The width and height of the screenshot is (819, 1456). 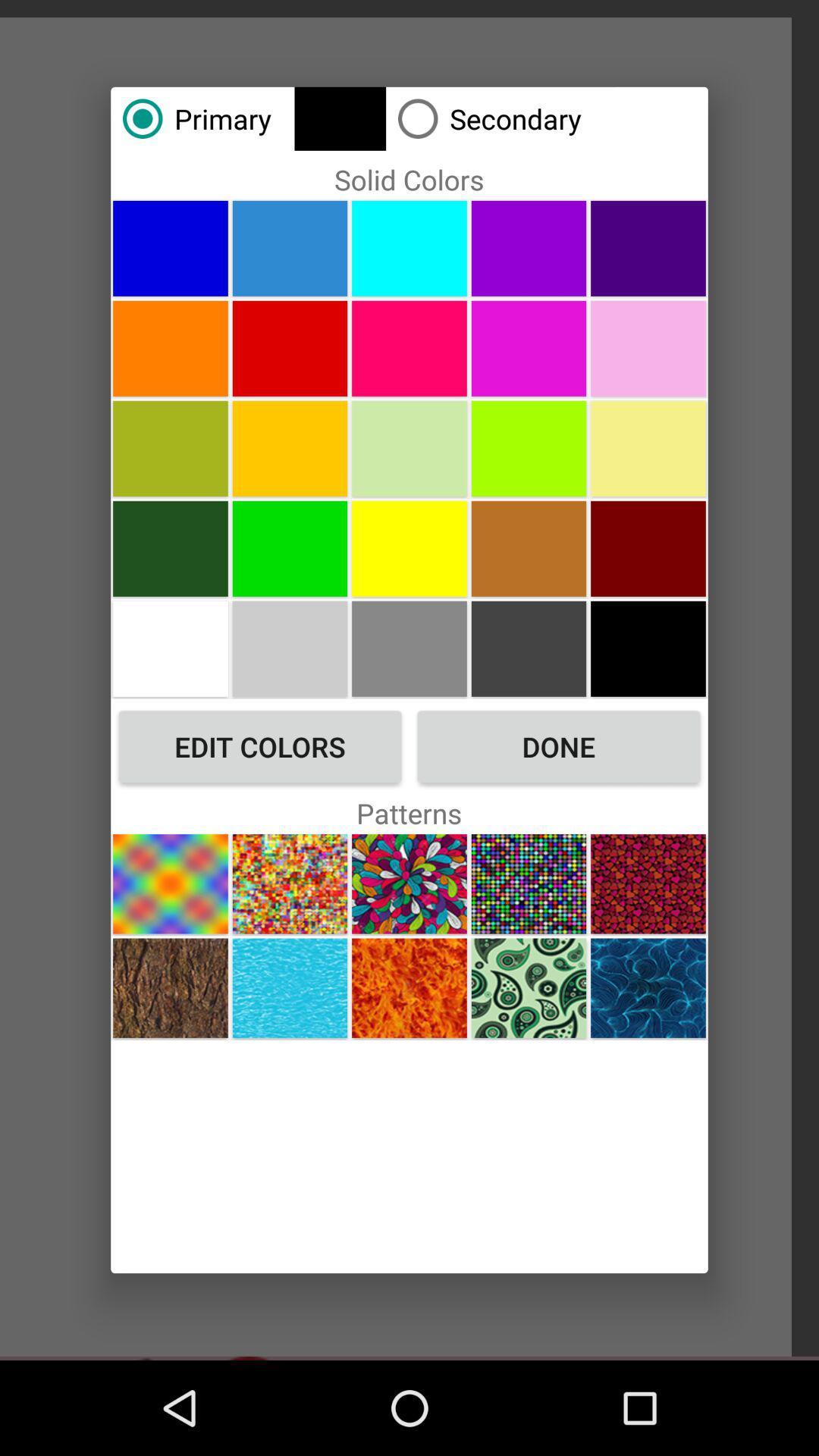 What do you see at coordinates (648, 648) in the screenshot?
I see `choose color black` at bounding box center [648, 648].